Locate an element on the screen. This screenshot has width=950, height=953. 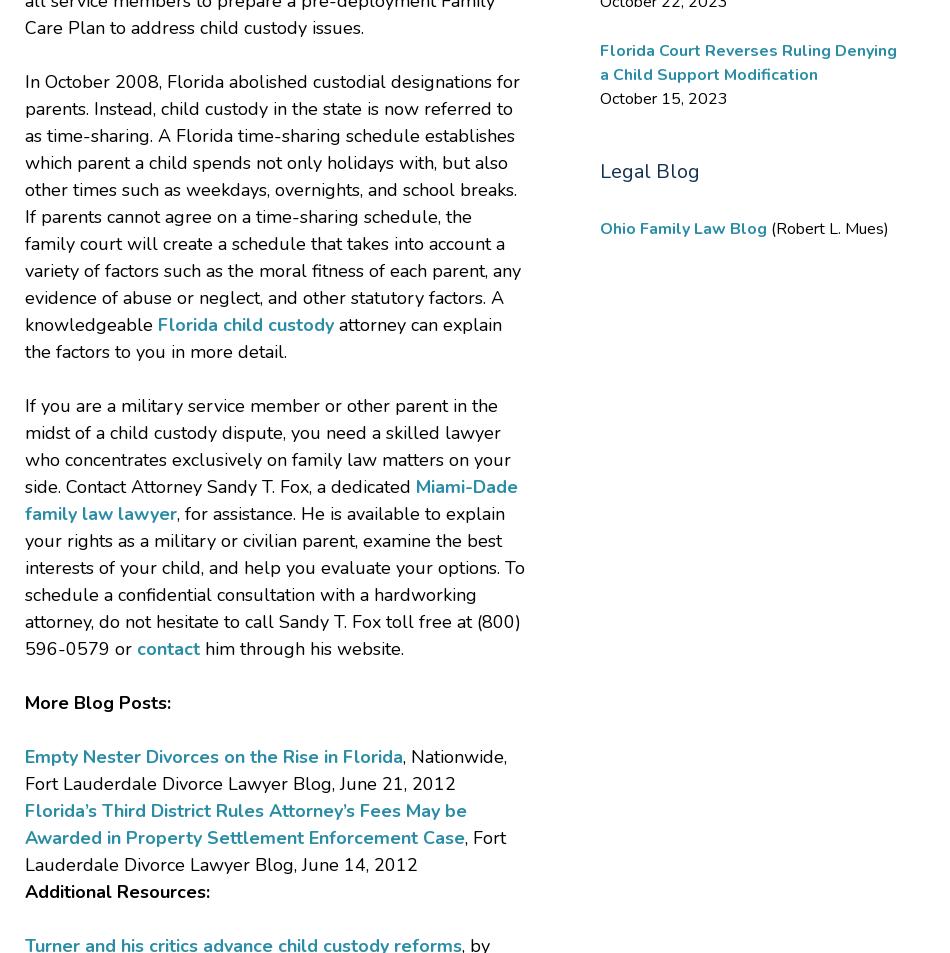
'October 15, 2023' is located at coordinates (663, 98).